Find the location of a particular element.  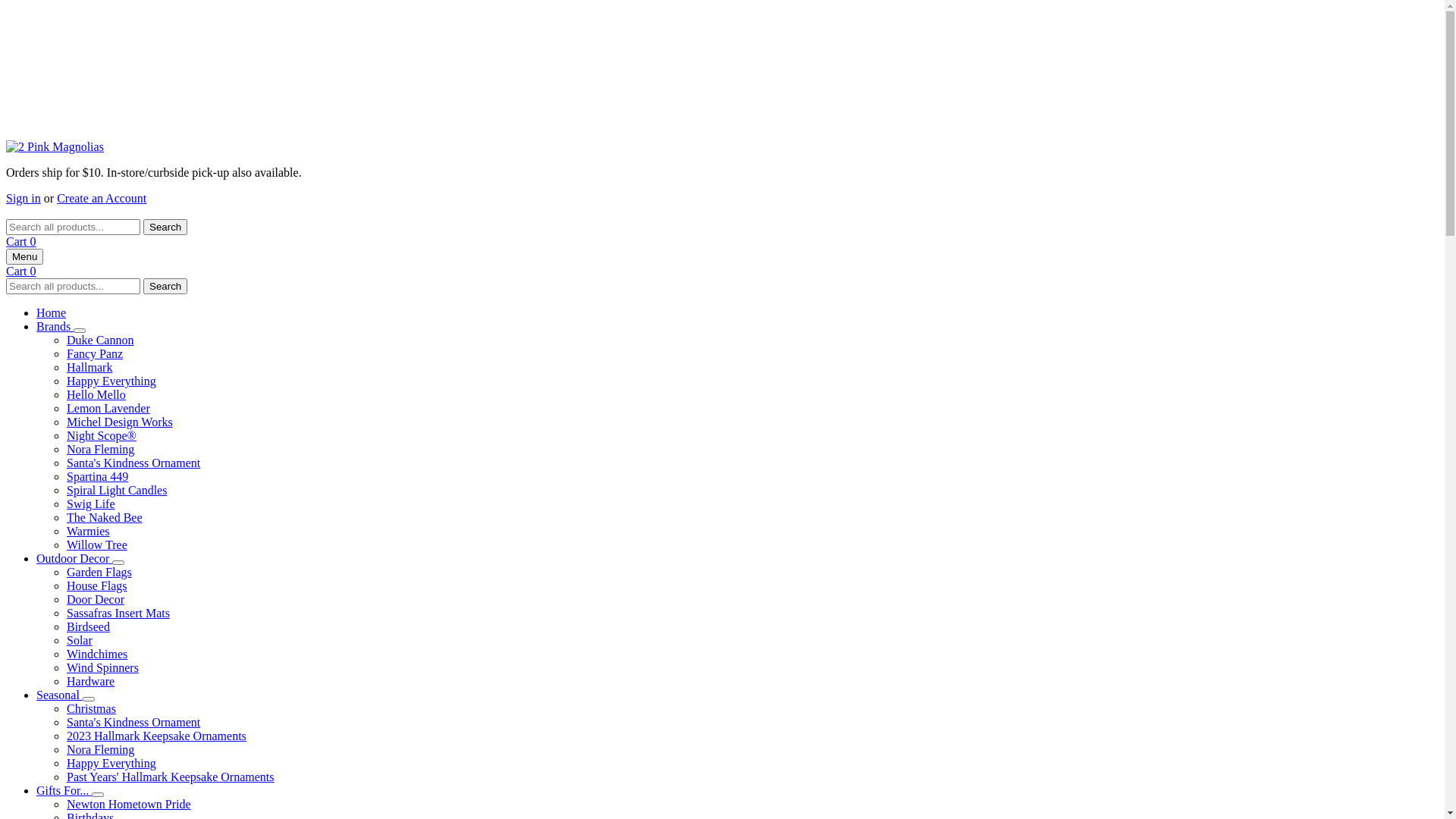

'Hello Mello' is located at coordinates (95, 394).